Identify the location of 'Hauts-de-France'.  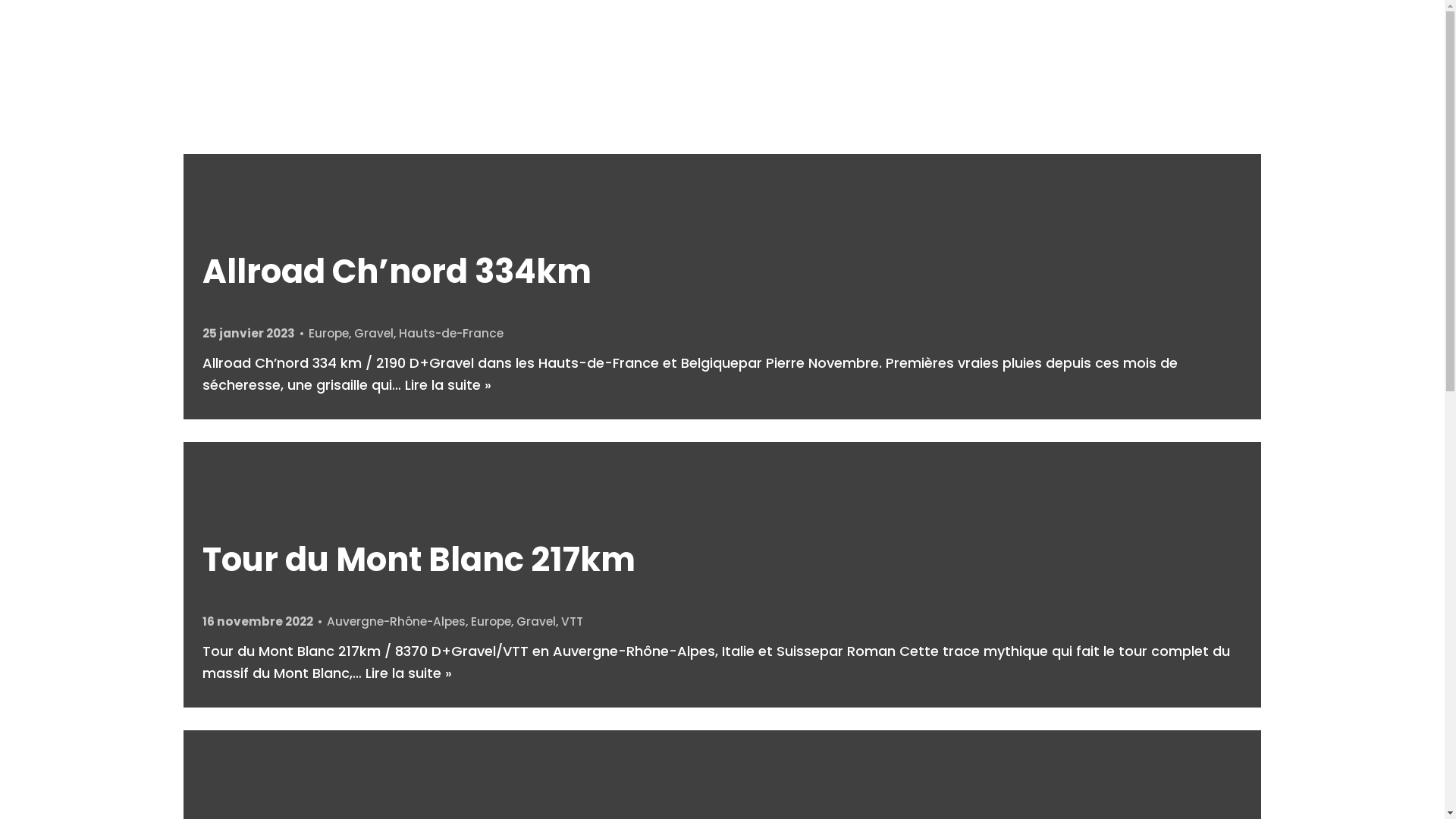
(399, 332).